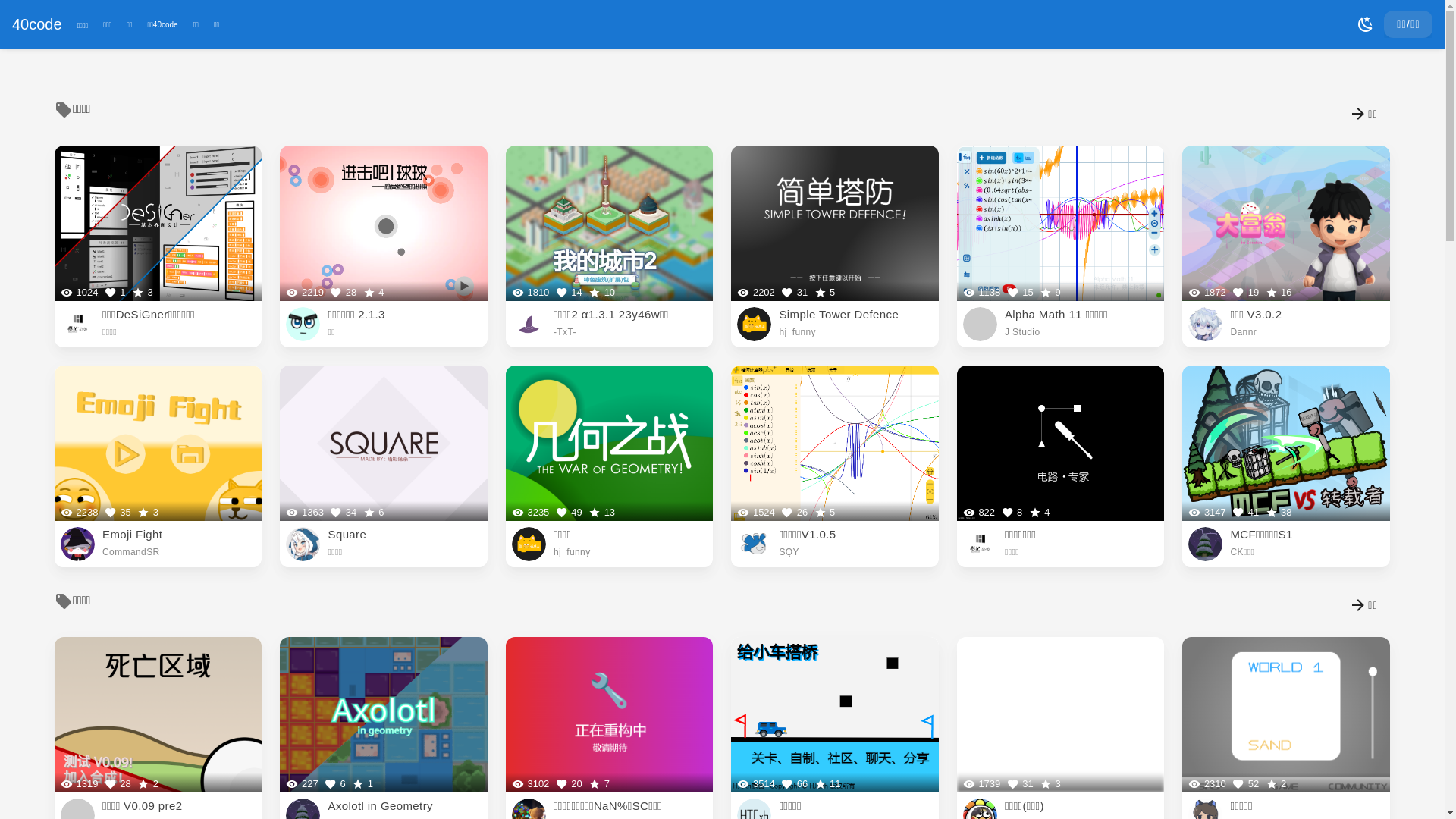  I want to click on '40code', so click(36, 24).